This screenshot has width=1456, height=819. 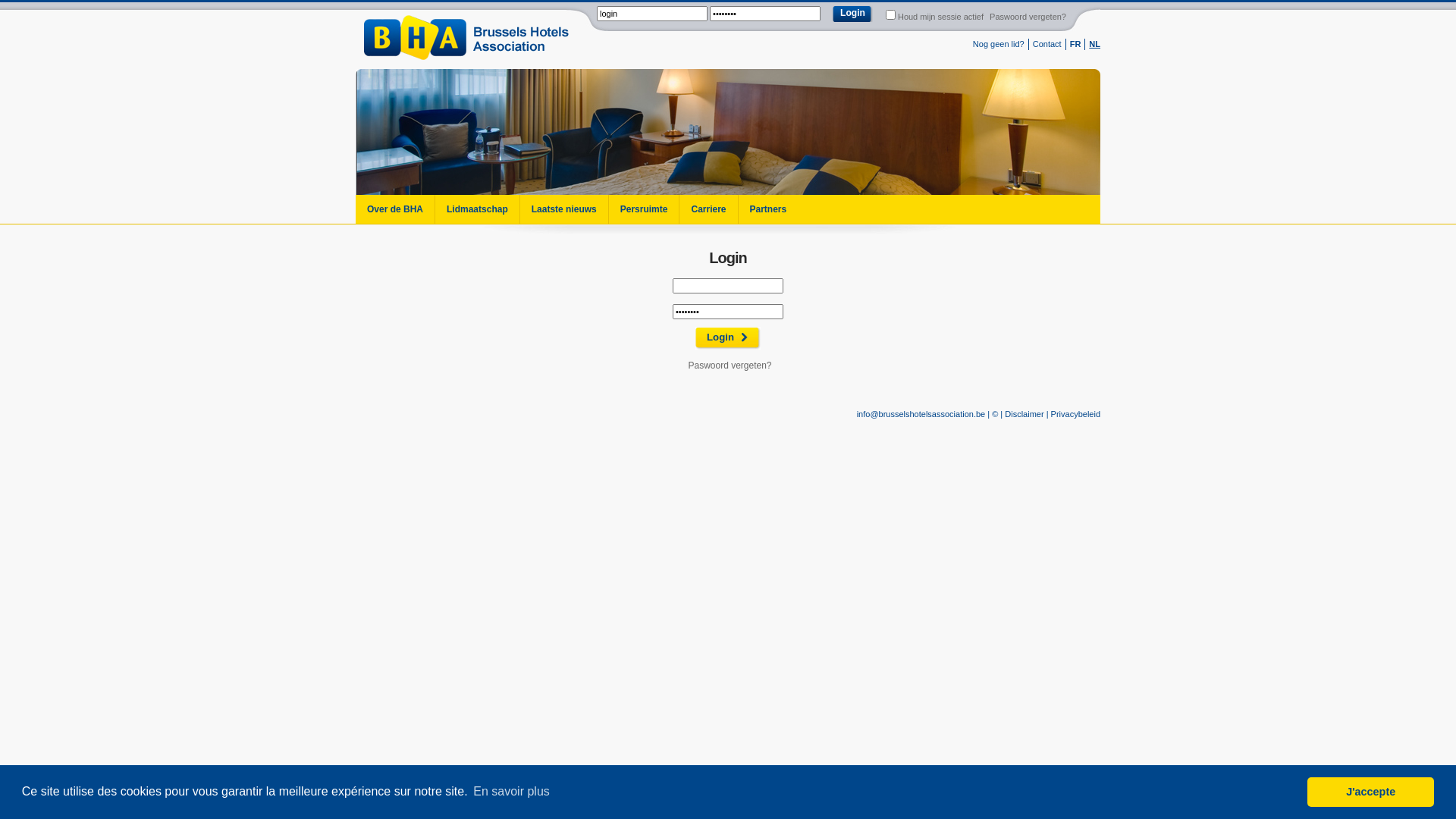 I want to click on 'J'accepte', so click(x=1306, y=791).